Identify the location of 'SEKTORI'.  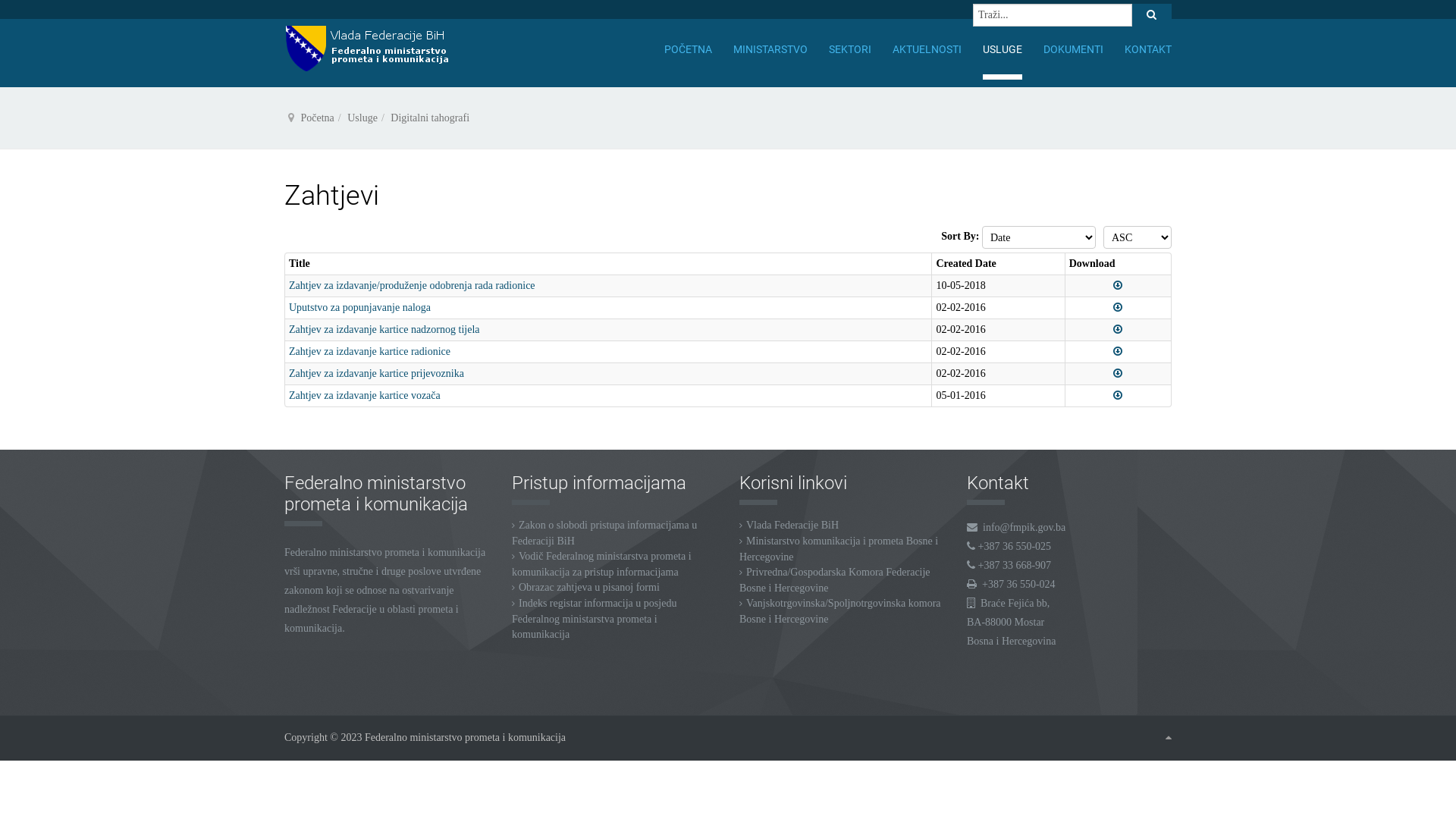
(850, 49).